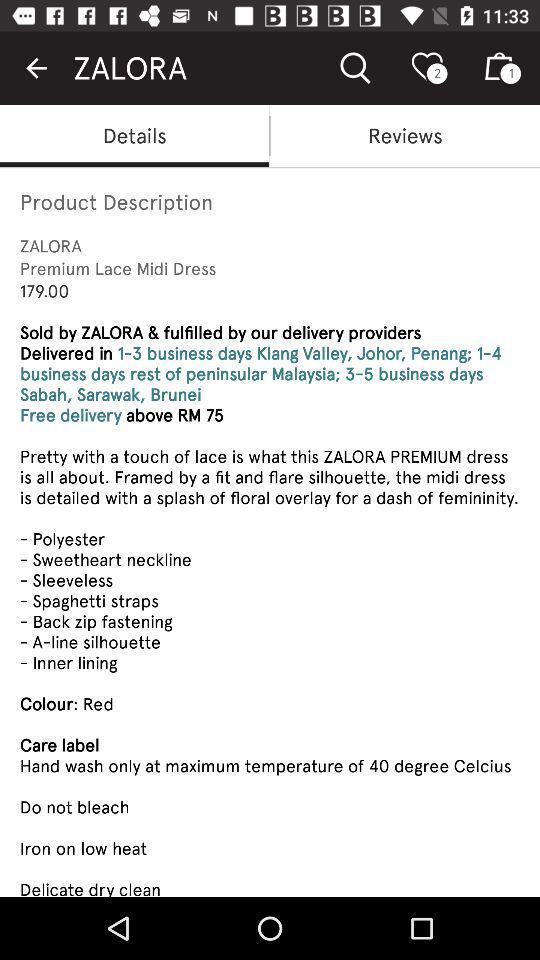 The width and height of the screenshot is (540, 960). What do you see at coordinates (405, 134) in the screenshot?
I see `reviews item` at bounding box center [405, 134].